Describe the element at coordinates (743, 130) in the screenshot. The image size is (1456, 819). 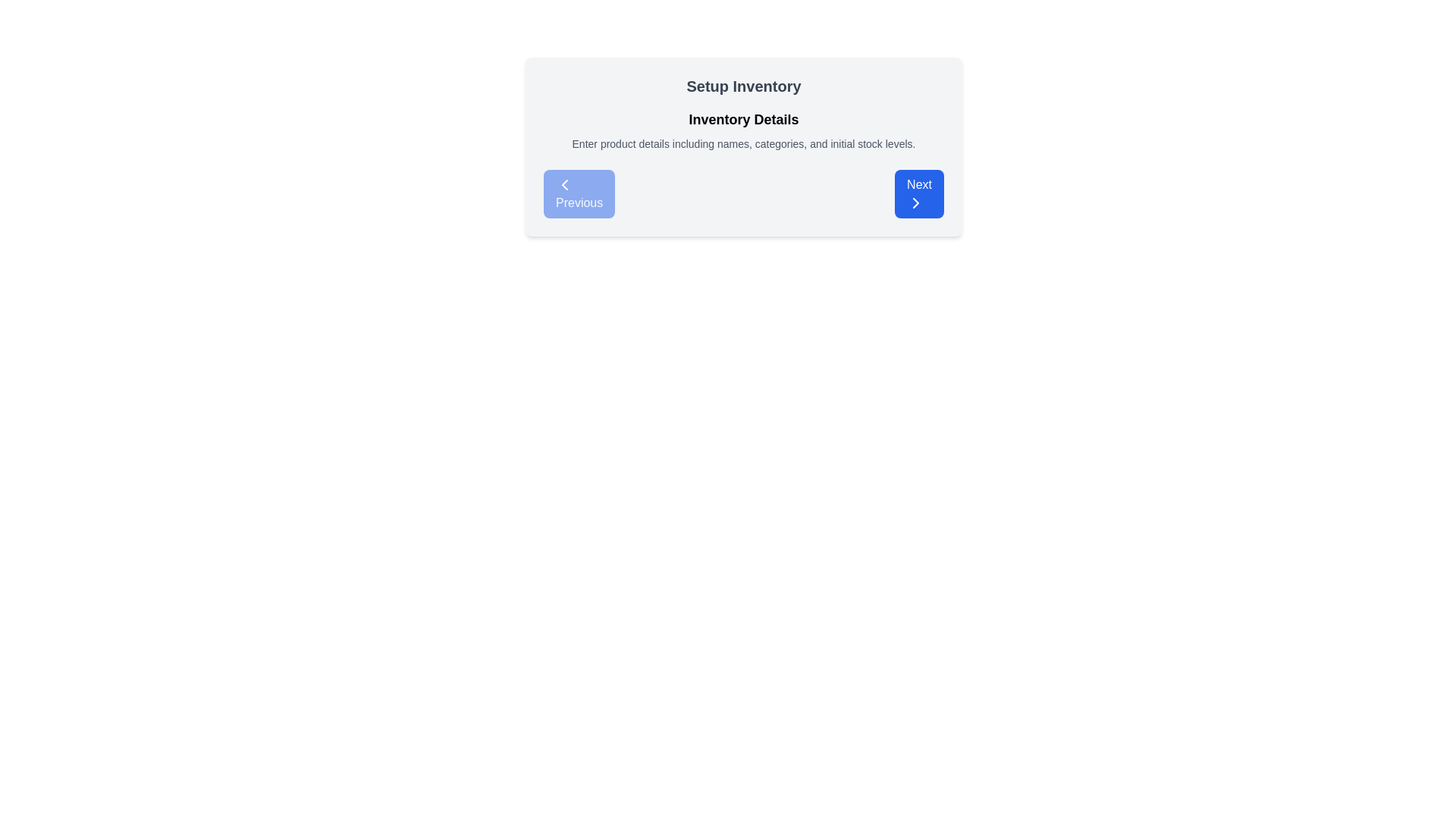
I see `the Text Display element that provides instructions for the current setup step, located below the 'Setup Inventory' heading` at that location.